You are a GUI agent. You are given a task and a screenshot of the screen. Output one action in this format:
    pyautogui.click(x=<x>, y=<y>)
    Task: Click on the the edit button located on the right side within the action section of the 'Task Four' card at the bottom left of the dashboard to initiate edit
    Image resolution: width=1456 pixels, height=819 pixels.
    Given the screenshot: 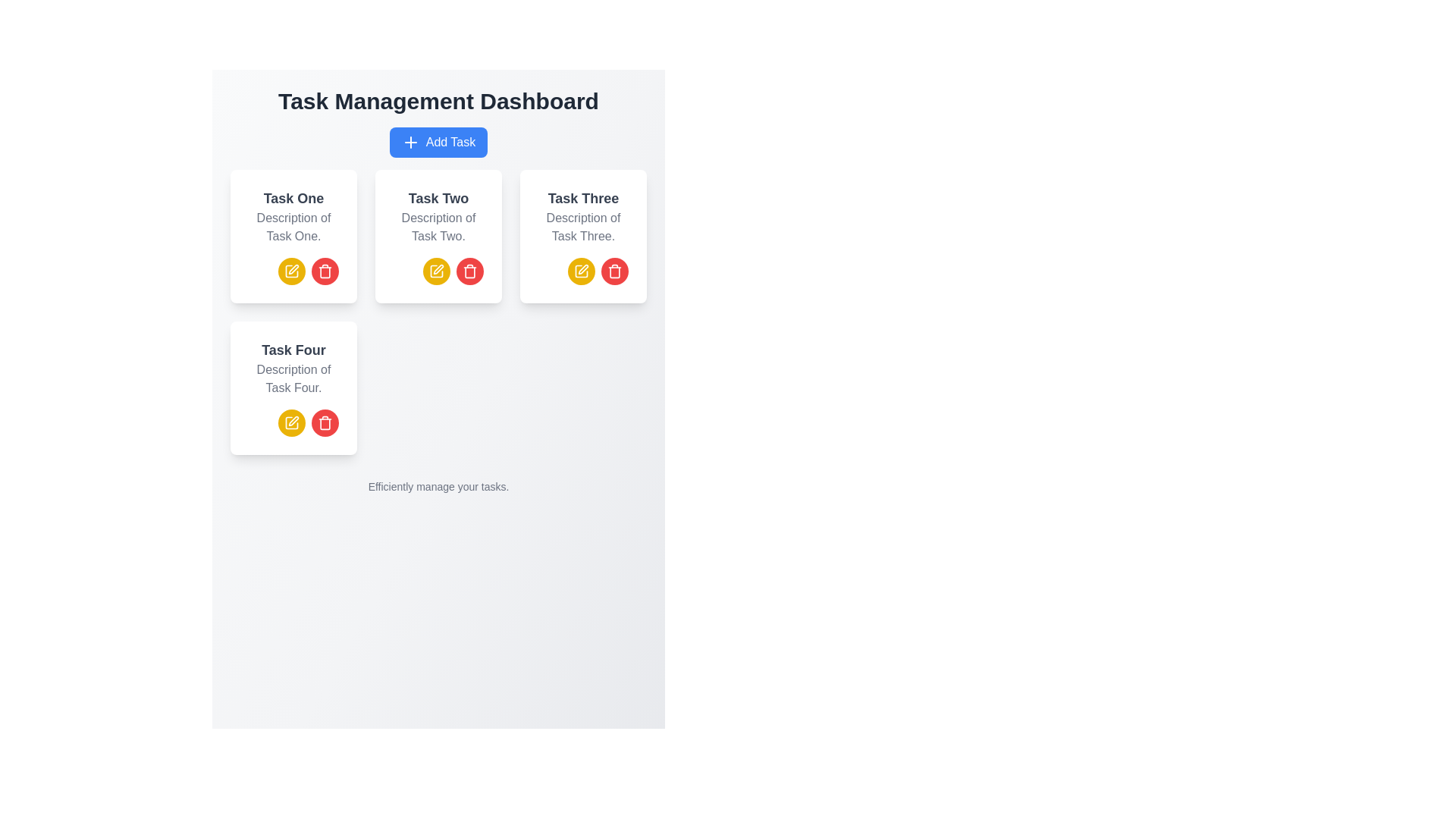 What is the action you would take?
    pyautogui.click(x=291, y=423)
    